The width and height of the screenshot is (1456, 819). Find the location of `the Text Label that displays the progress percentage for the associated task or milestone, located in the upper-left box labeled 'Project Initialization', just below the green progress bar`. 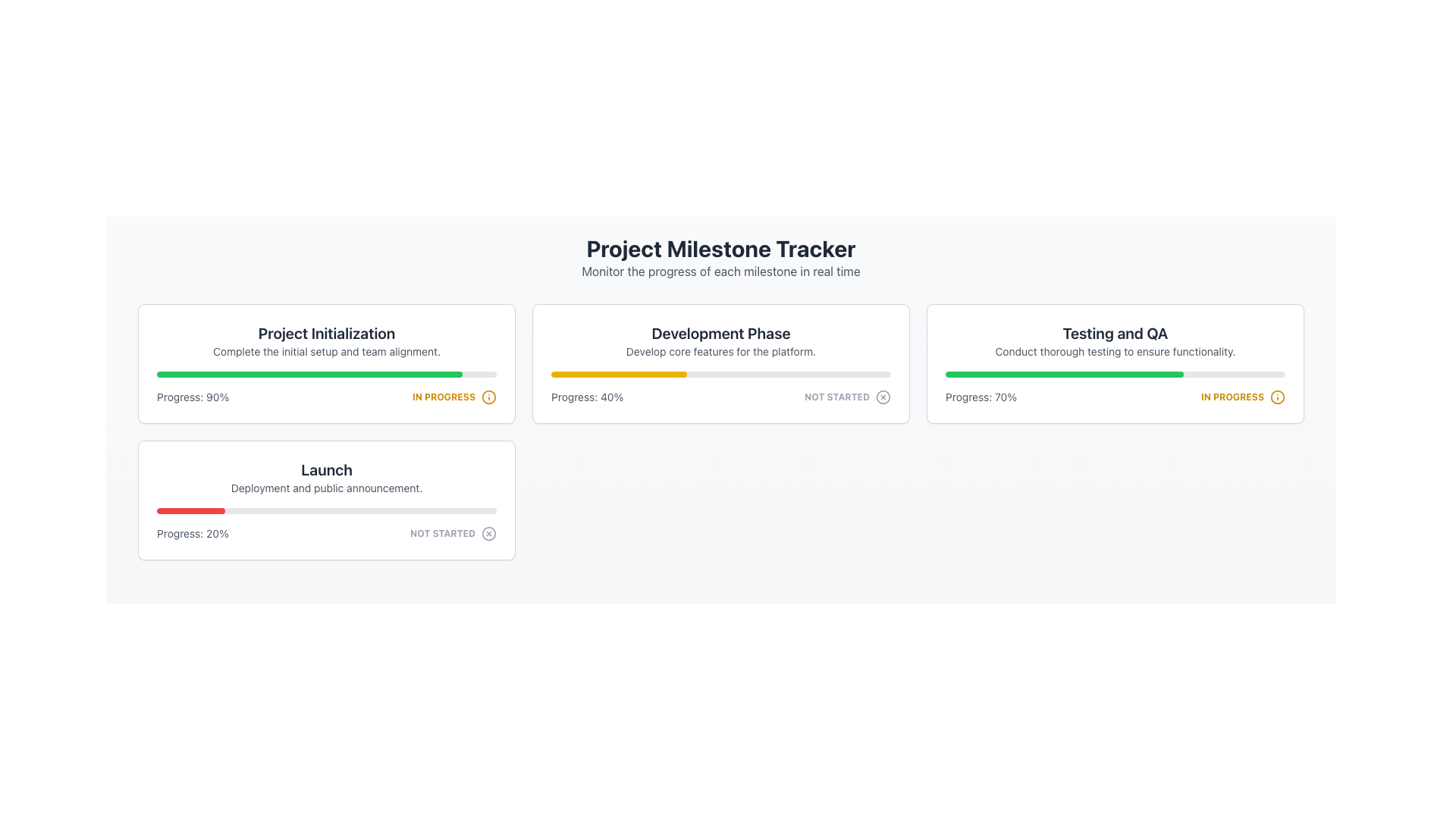

the Text Label that displays the progress percentage for the associated task or milestone, located in the upper-left box labeled 'Project Initialization', just below the green progress bar is located at coordinates (192, 397).